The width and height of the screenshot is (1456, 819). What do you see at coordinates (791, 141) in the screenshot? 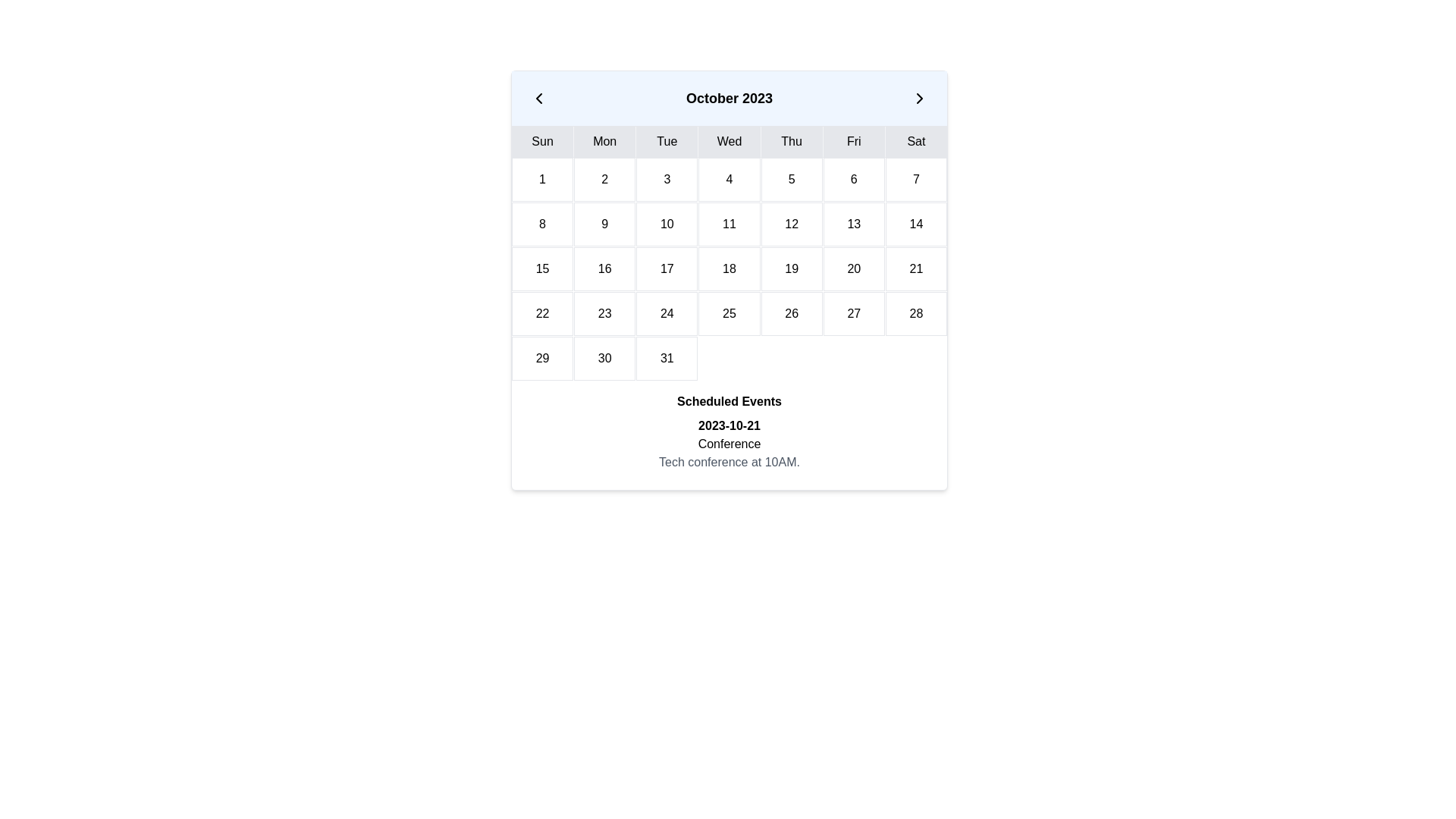
I see `the Static Label button labeled 'Thu', which is the fifth item in a grid layout of days of the week with a light gray background` at bounding box center [791, 141].